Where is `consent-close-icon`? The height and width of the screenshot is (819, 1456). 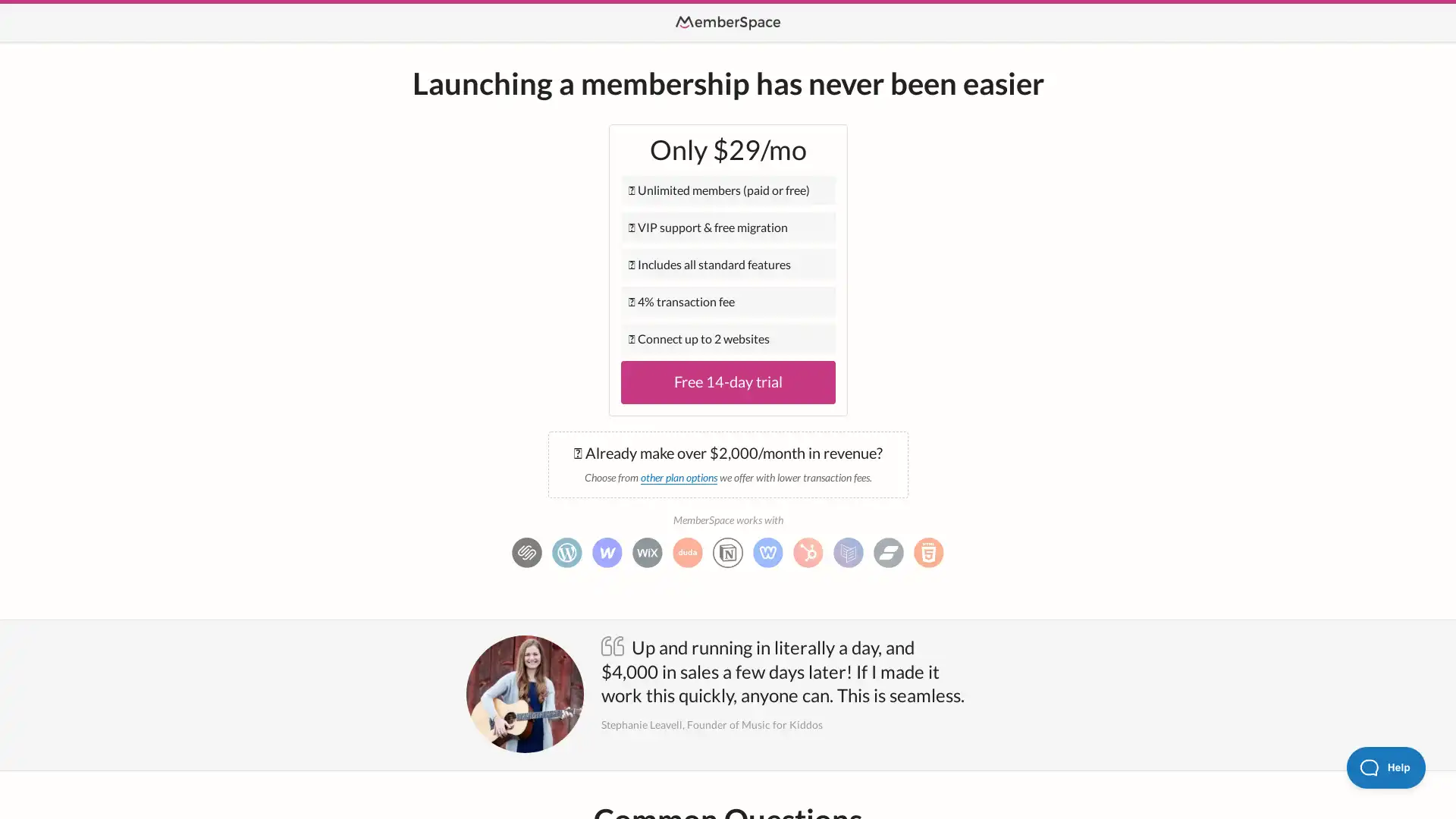
consent-close-icon is located at coordinates (357, 590).